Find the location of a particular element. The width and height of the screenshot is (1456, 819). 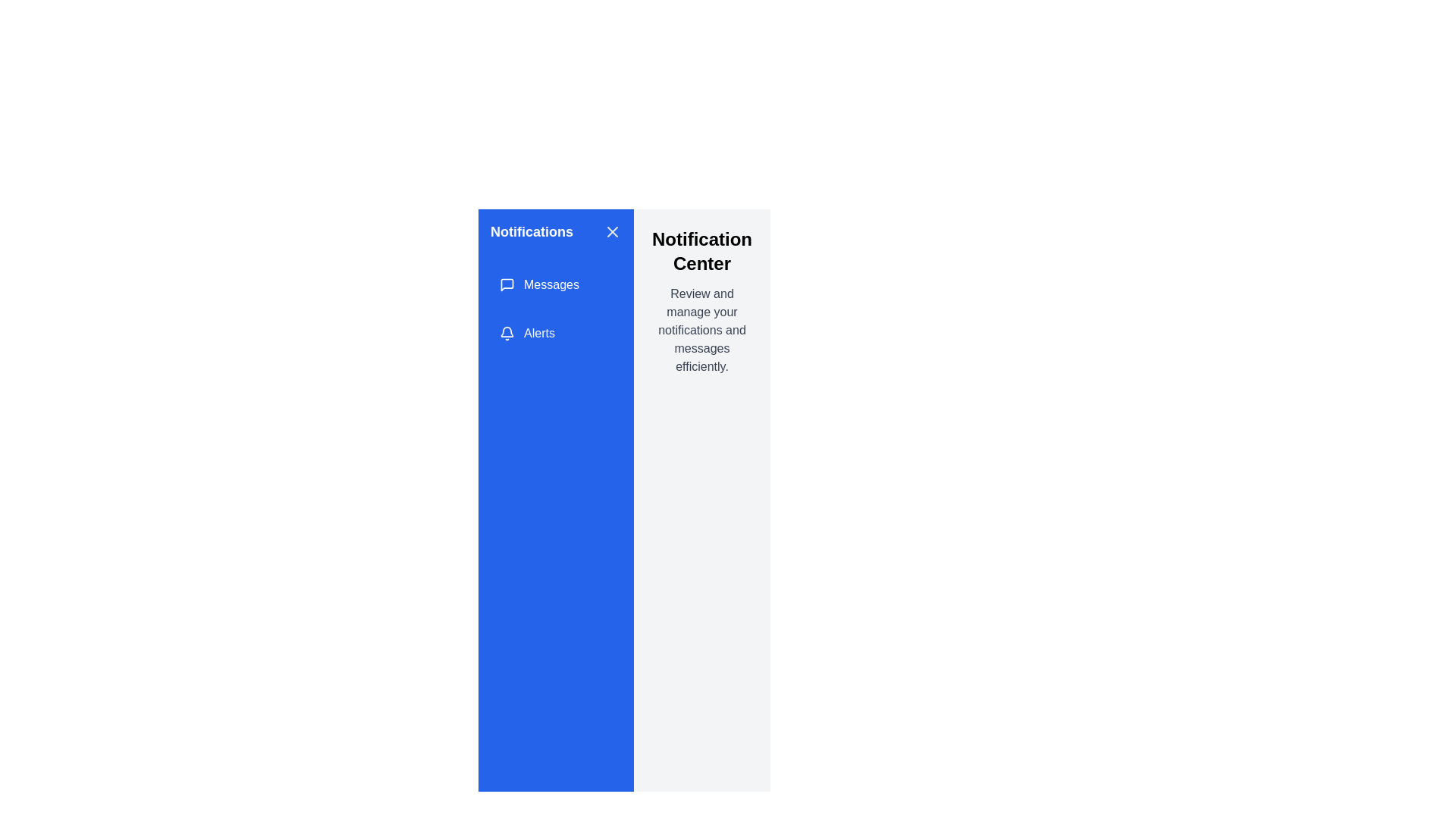

the message icon in the left sidebar, located above the 'Alerts' item is located at coordinates (507, 284).